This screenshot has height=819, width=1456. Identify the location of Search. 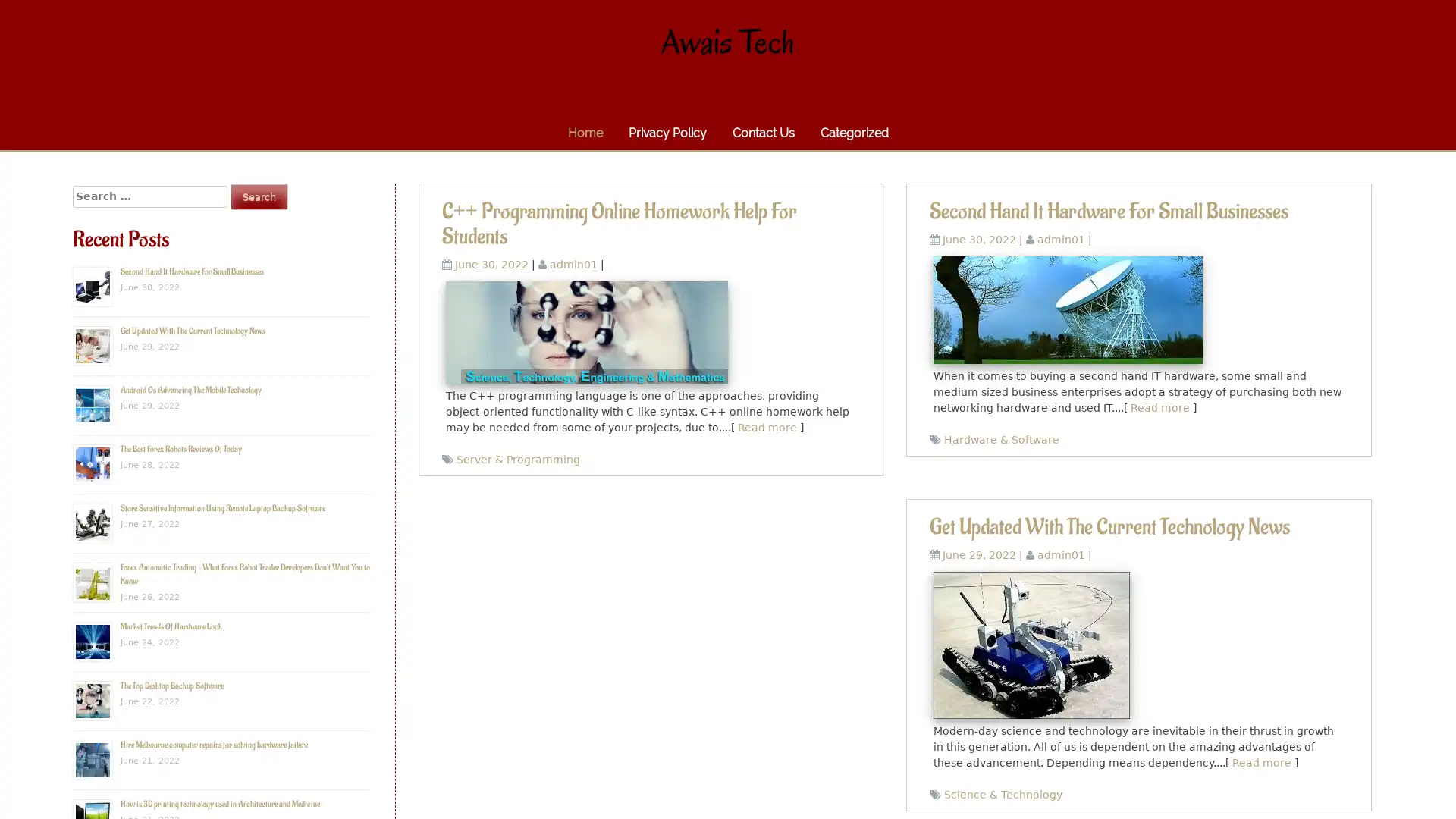
(259, 196).